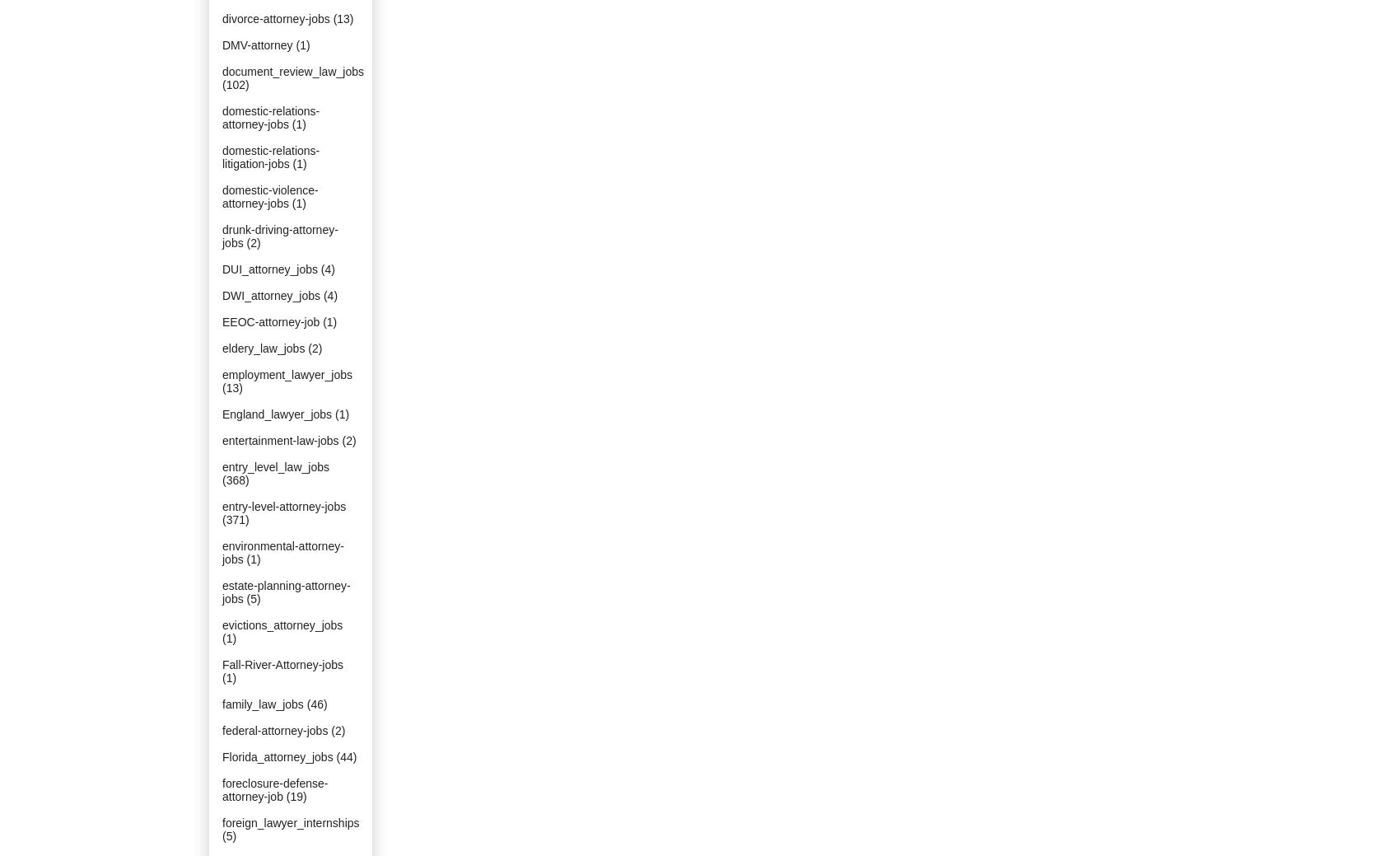 The width and height of the screenshot is (1400, 856). What do you see at coordinates (276, 413) in the screenshot?
I see `'England_lawyer_jobs'` at bounding box center [276, 413].